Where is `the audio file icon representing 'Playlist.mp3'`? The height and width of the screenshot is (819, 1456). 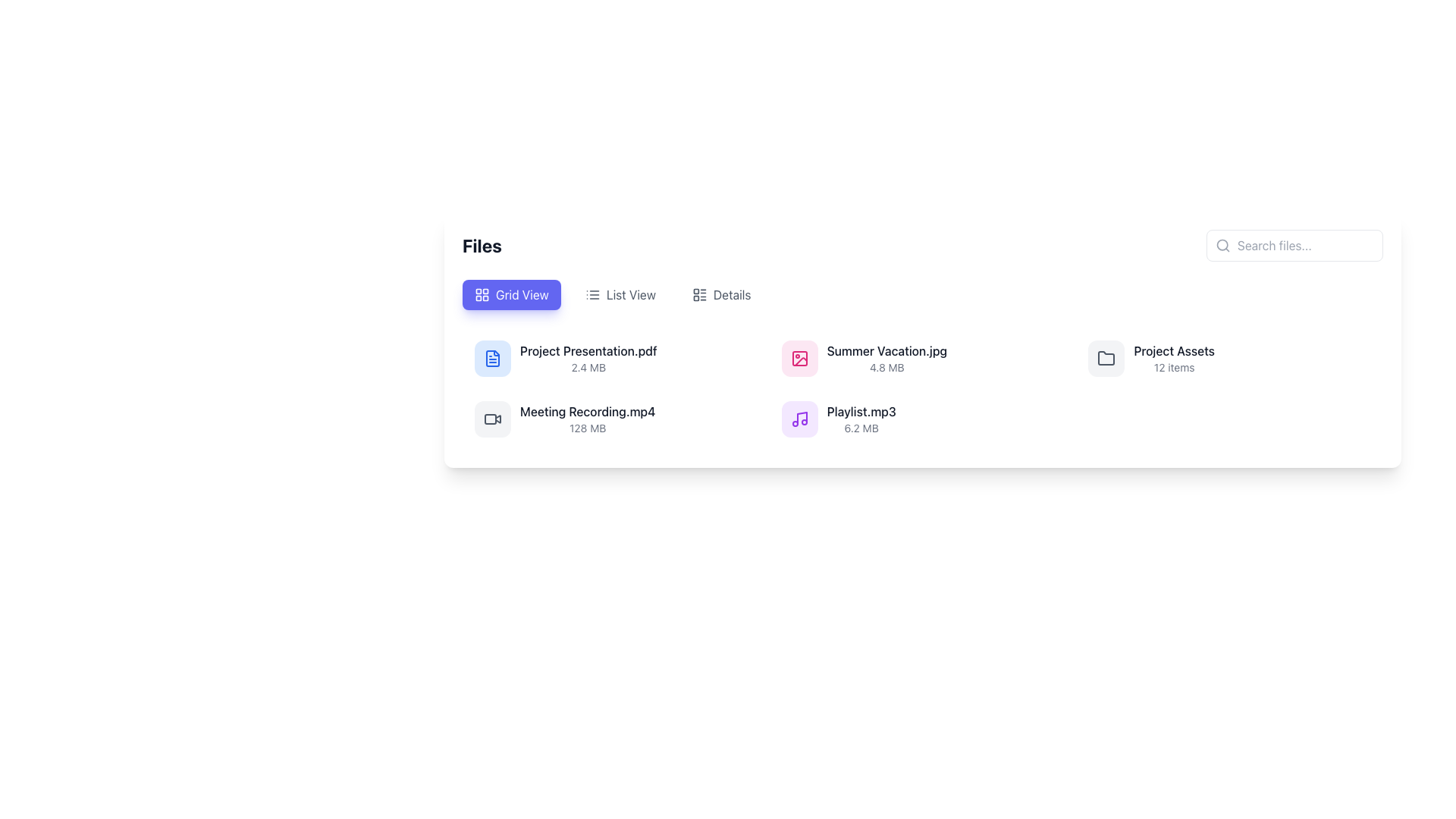
the audio file icon representing 'Playlist.mp3' is located at coordinates (799, 419).